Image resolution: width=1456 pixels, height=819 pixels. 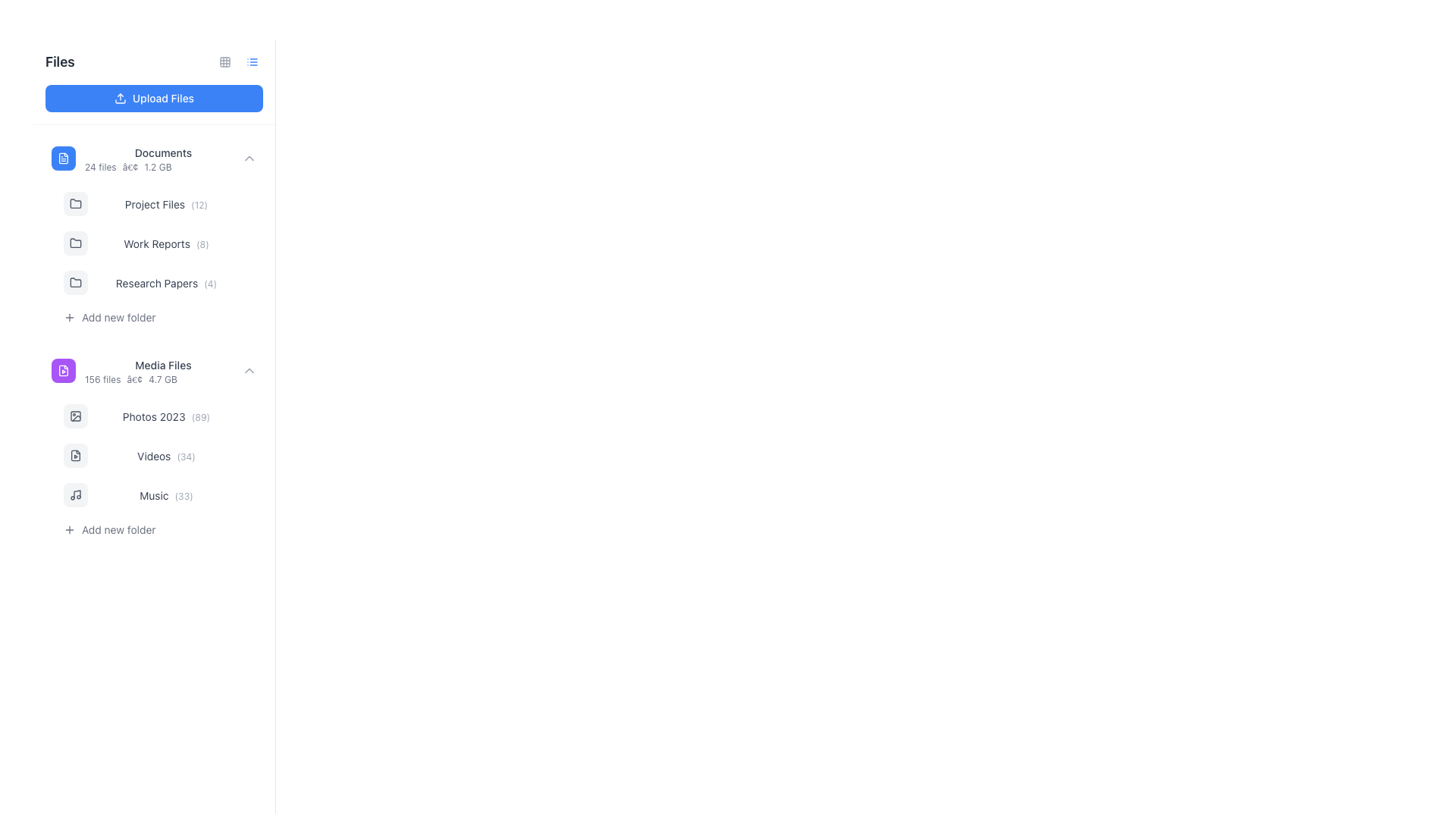 What do you see at coordinates (163, 365) in the screenshot?
I see `the text label indicating 'Media Files', which is located in the second section of the vertical file list under 'Documents'` at bounding box center [163, 365].